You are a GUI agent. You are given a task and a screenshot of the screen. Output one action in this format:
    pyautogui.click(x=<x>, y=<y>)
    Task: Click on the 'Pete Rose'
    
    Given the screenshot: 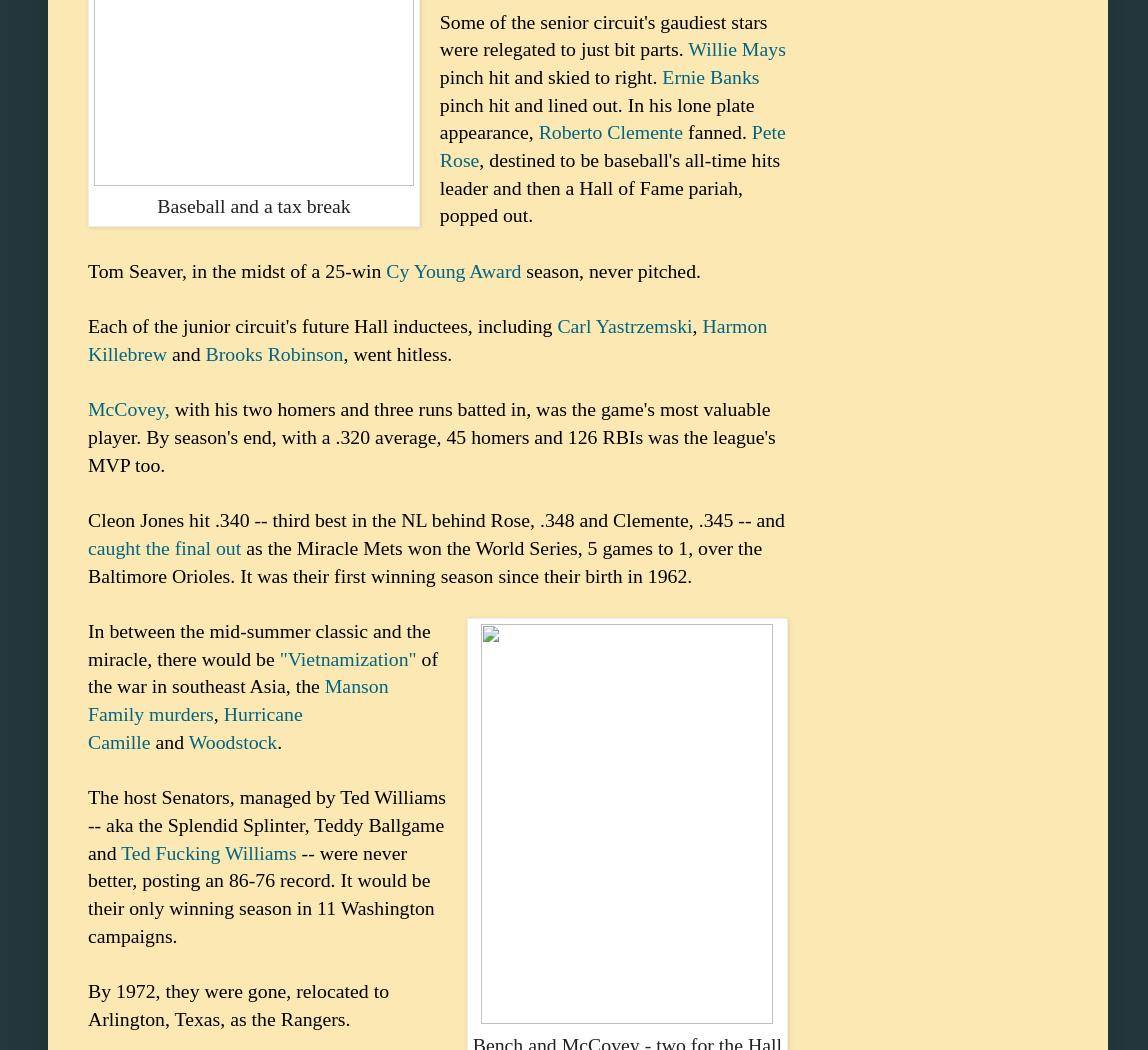 What is the action you would take?
    pyautogui.click(x=611, y=144)
    